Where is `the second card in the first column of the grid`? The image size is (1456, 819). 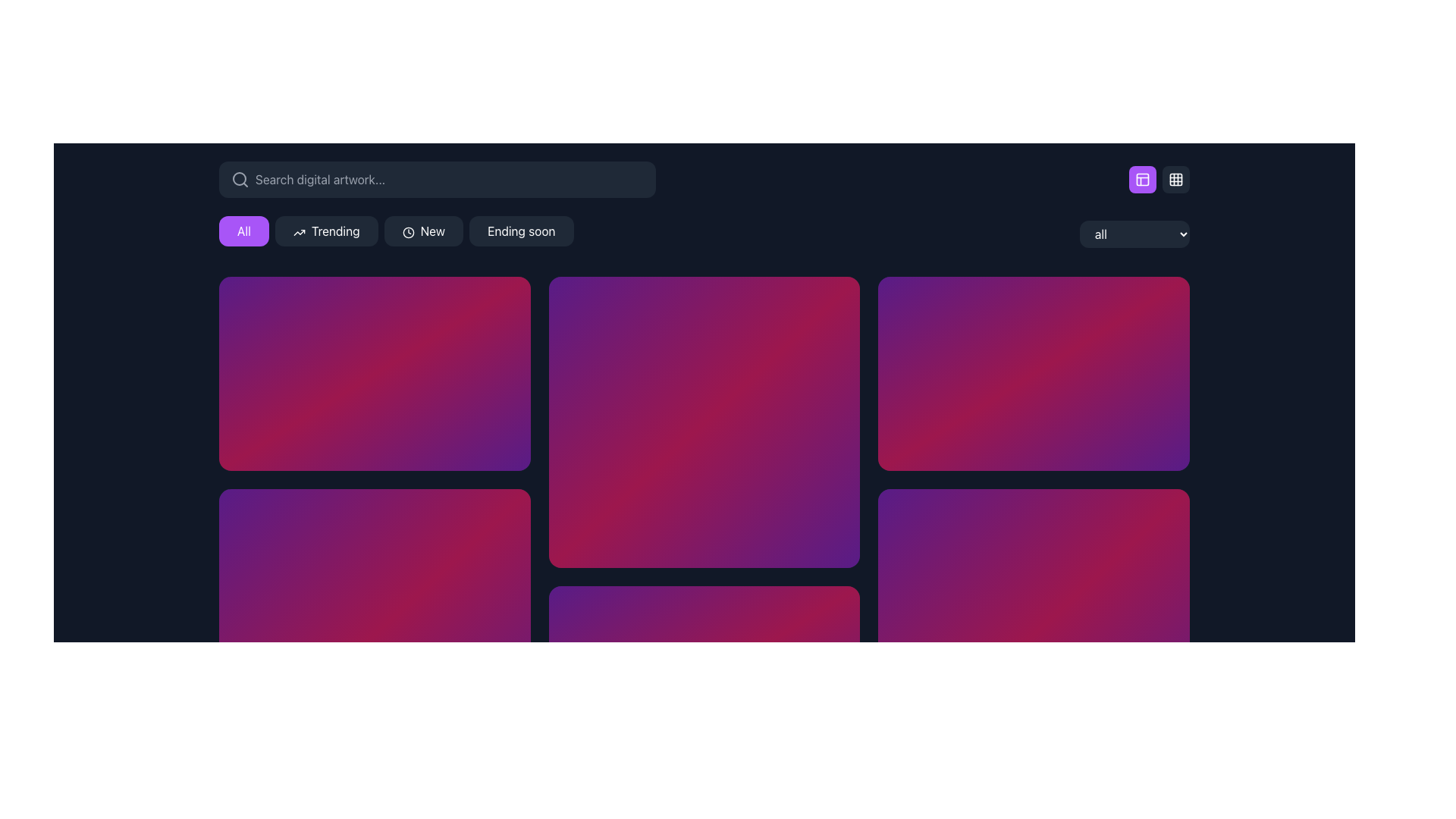
the second card in the first column of the grid is located at coordinates (375, 635).